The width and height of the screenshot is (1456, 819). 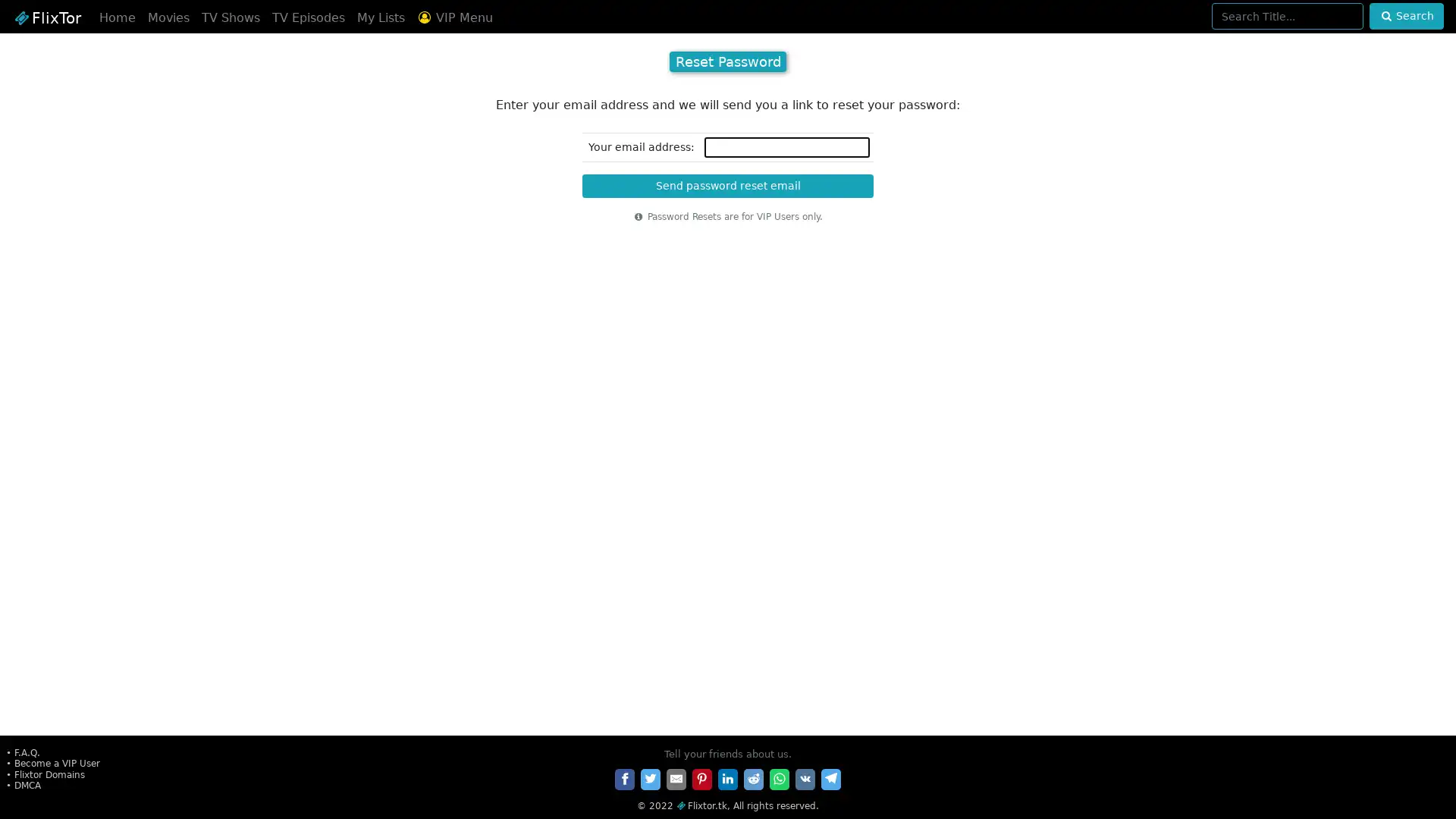 I want to click on VIP Menu, so click(x=453, y=17).